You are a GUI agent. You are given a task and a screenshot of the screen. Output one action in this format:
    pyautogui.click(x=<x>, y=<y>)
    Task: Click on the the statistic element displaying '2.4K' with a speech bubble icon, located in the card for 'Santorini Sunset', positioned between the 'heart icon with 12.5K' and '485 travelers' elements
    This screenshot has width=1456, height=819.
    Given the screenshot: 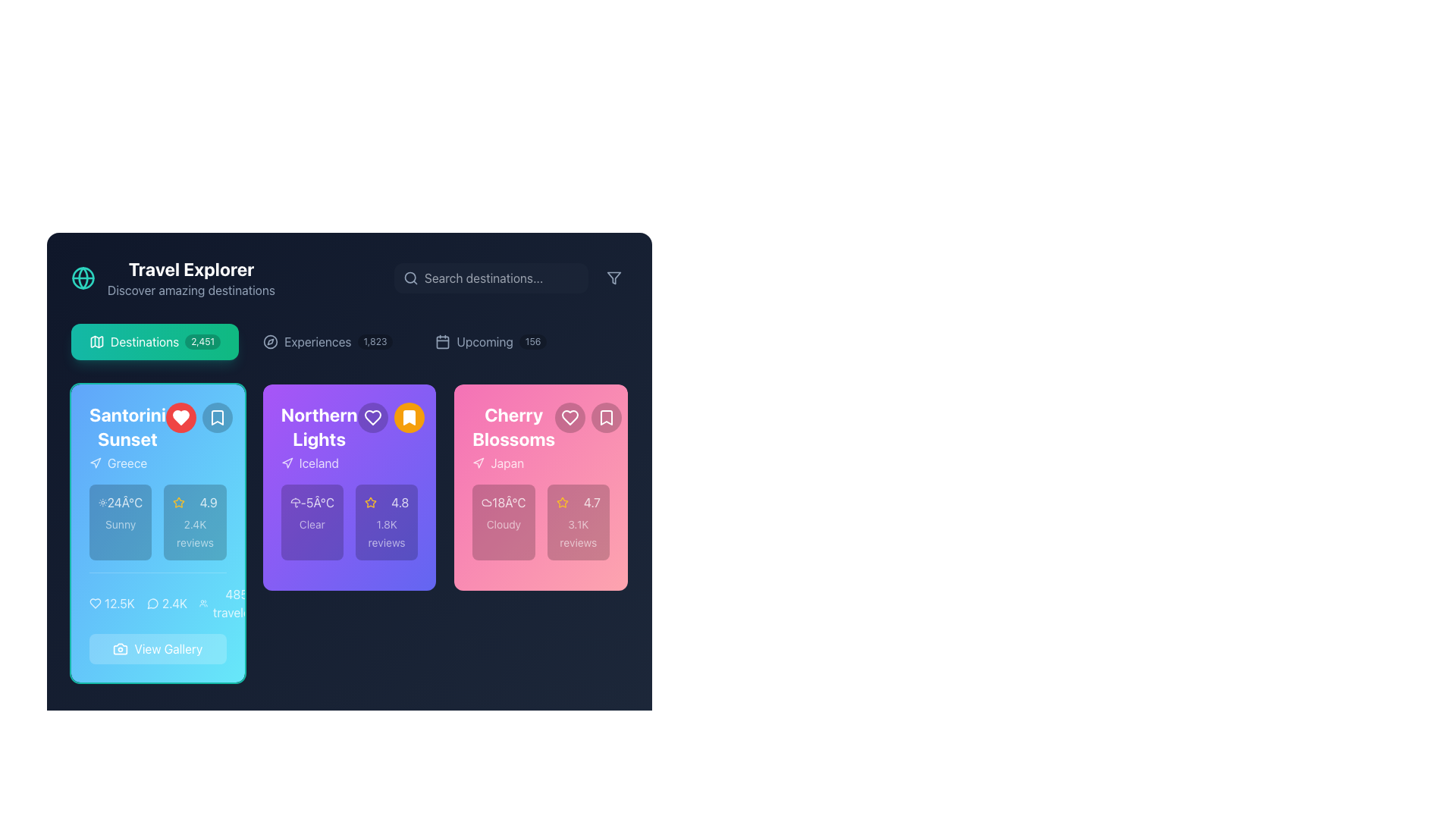 What is the action you would take?
    pyautogui.click(x=167, y=602)
    